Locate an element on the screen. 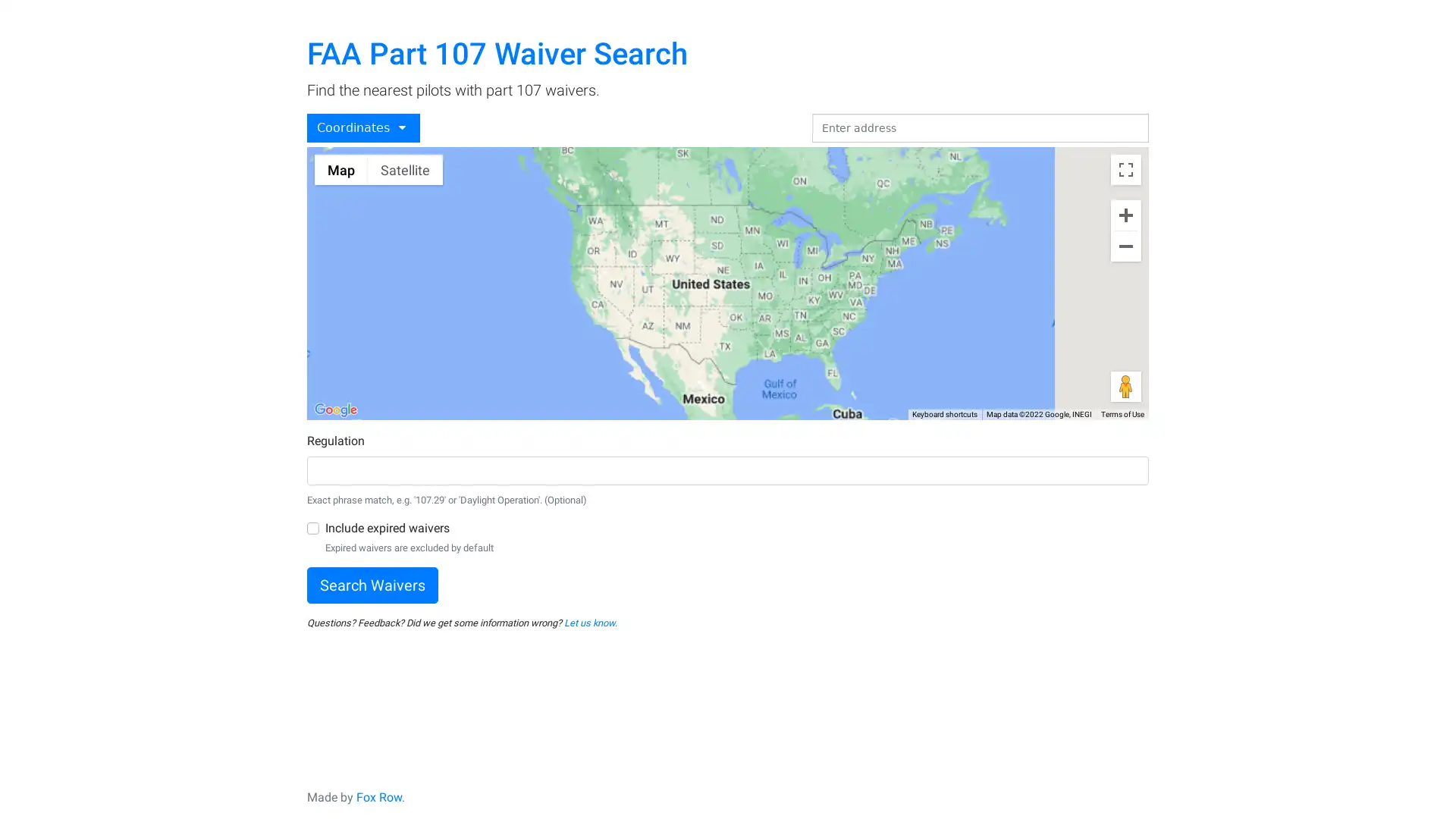 This screenshot has width=1456, height=819. Search Waivers is located at coordinates (372, 584).